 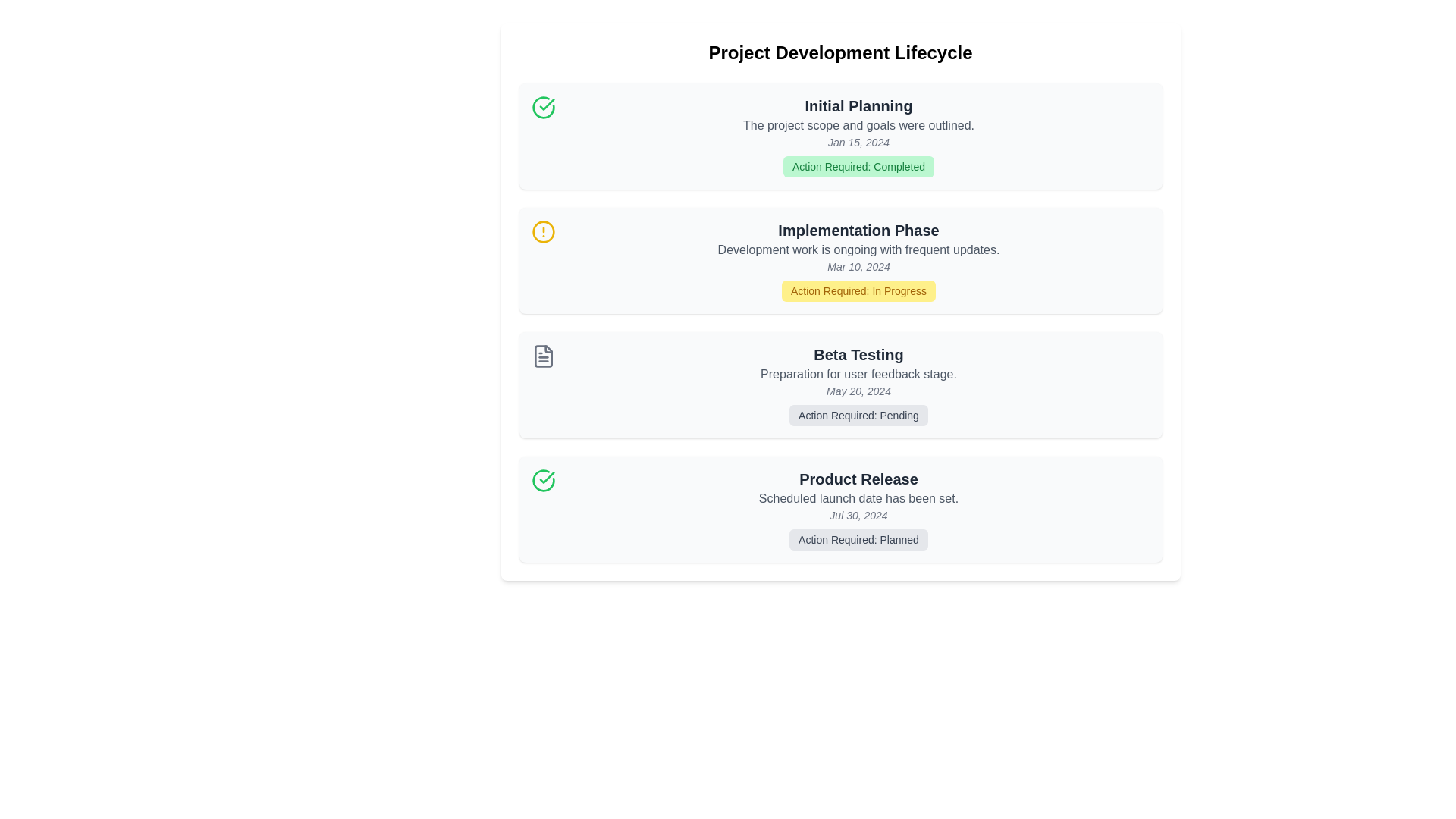 I want to click on the centered heading displaying 'Project Development Lifecycle' which is bold and large with a black font, located at the top of the white card, so click(x=839, y=52).